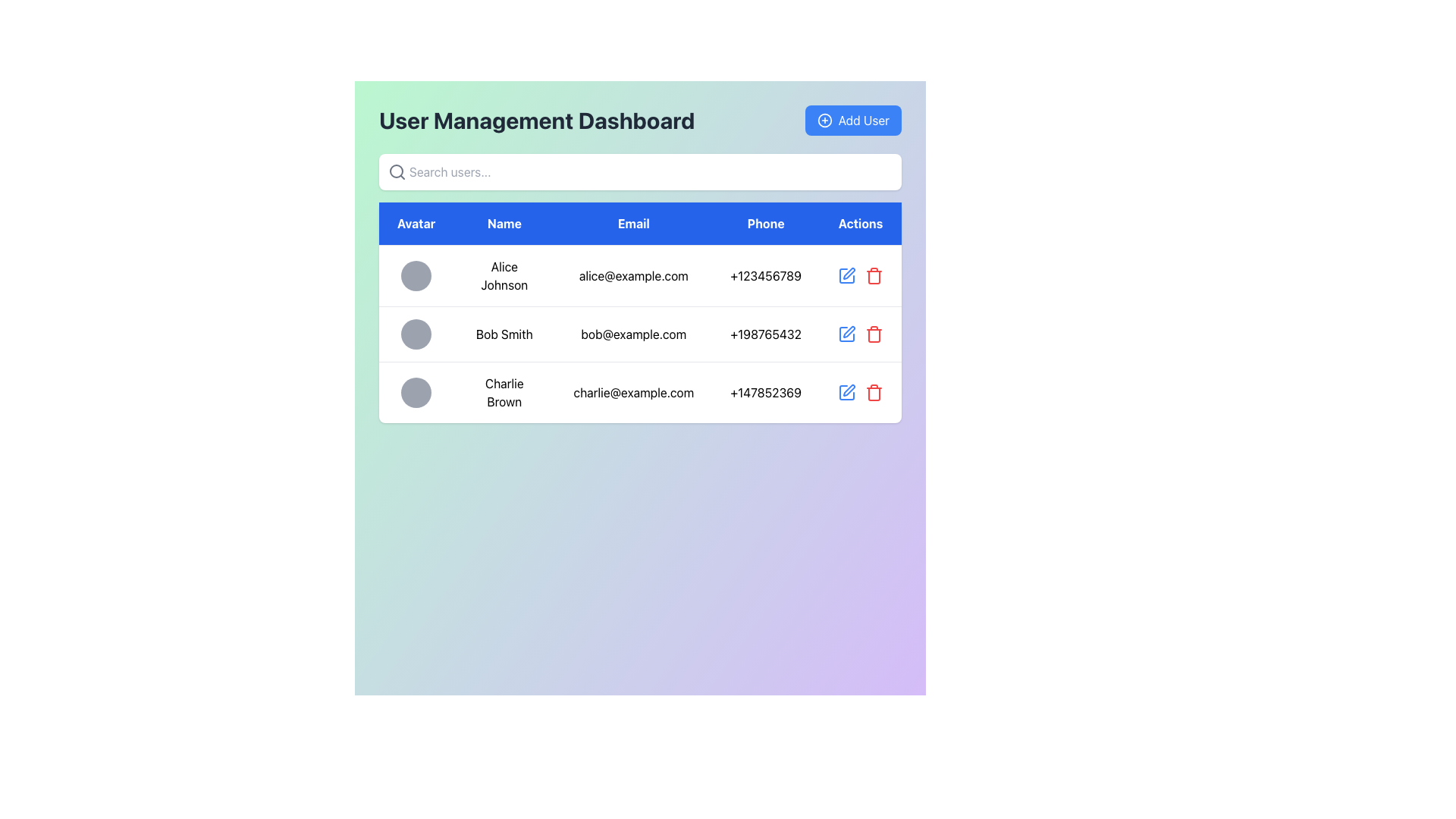 The width and height of the screenshot is (1456, 819). Describe the element at coordinates (633, 333) in the screenshot. I see `the read-only email display for user 'Bob Smith' located in the third cell of the row under the 'Email' column` at that location.